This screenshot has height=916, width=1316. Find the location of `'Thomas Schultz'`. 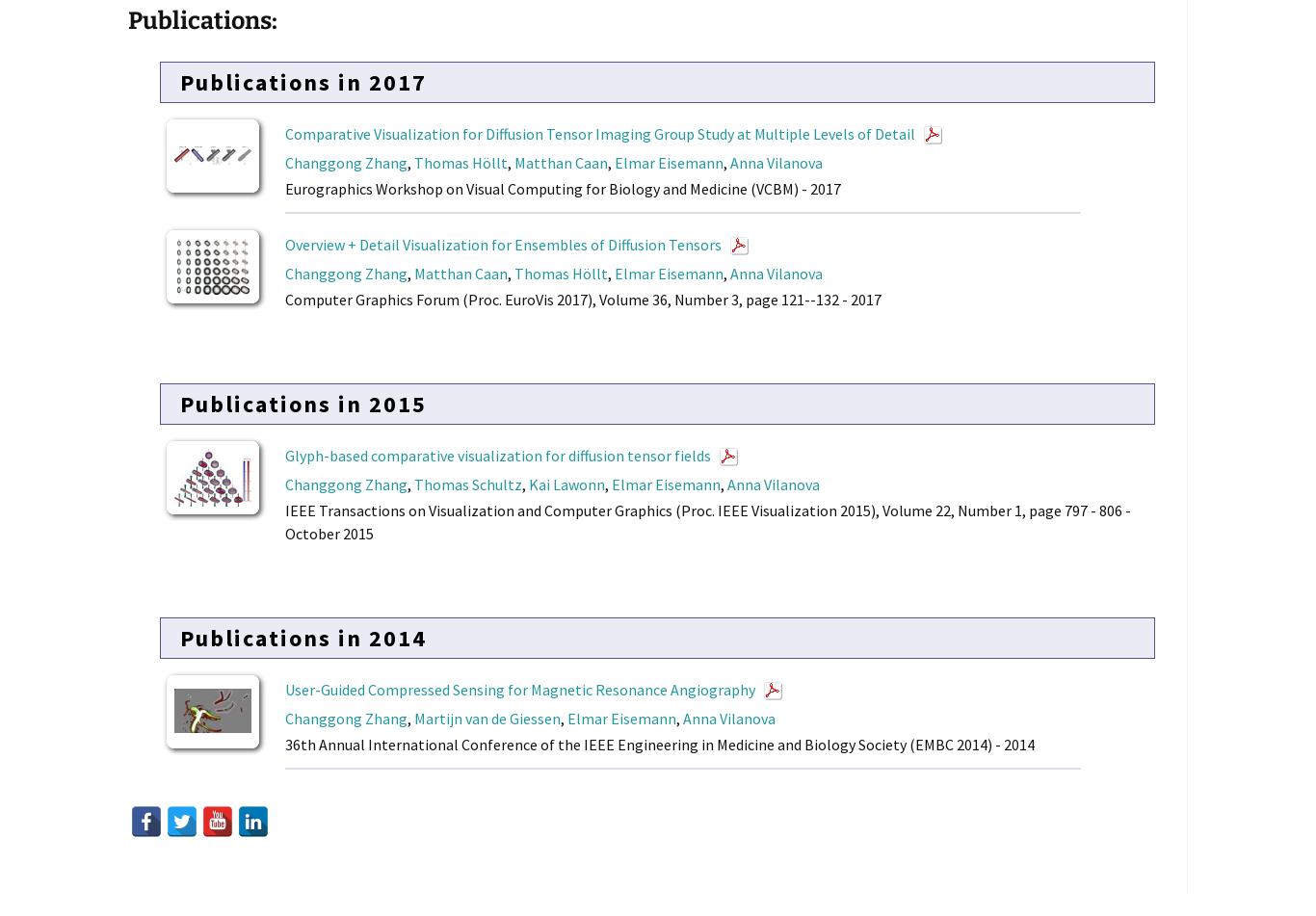

'Thomas Schultz' is located at coordinates (467, 483).